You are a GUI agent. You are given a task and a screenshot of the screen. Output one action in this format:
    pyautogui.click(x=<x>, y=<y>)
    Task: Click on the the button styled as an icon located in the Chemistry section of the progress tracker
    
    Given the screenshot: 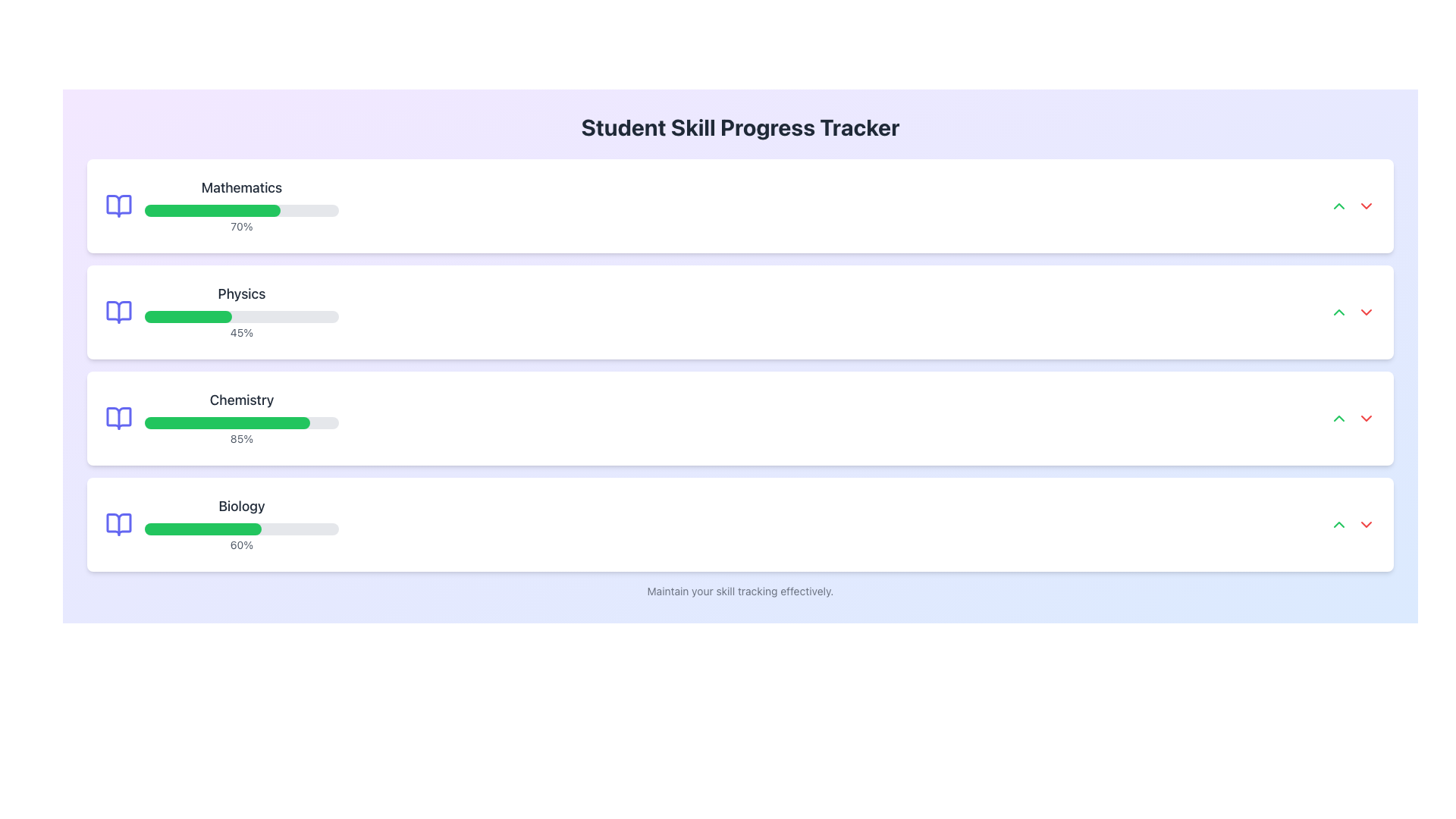 What is the action you would take?
    pyautogui.click(x=1339, y=418)
    